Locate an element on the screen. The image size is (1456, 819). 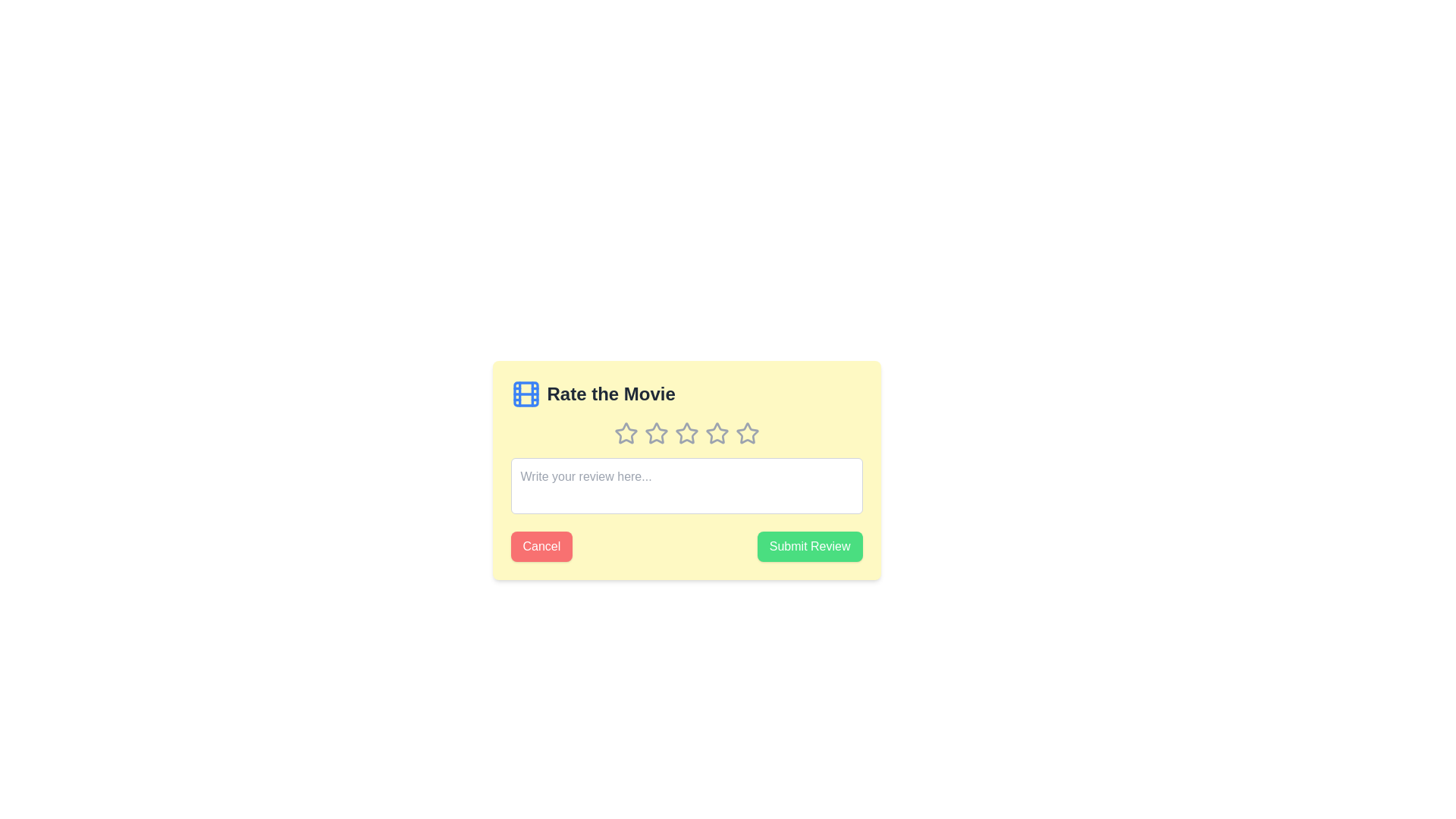
the cancel button located at the bottom-left corner of the dialog box is located at coordinates (541, 547).